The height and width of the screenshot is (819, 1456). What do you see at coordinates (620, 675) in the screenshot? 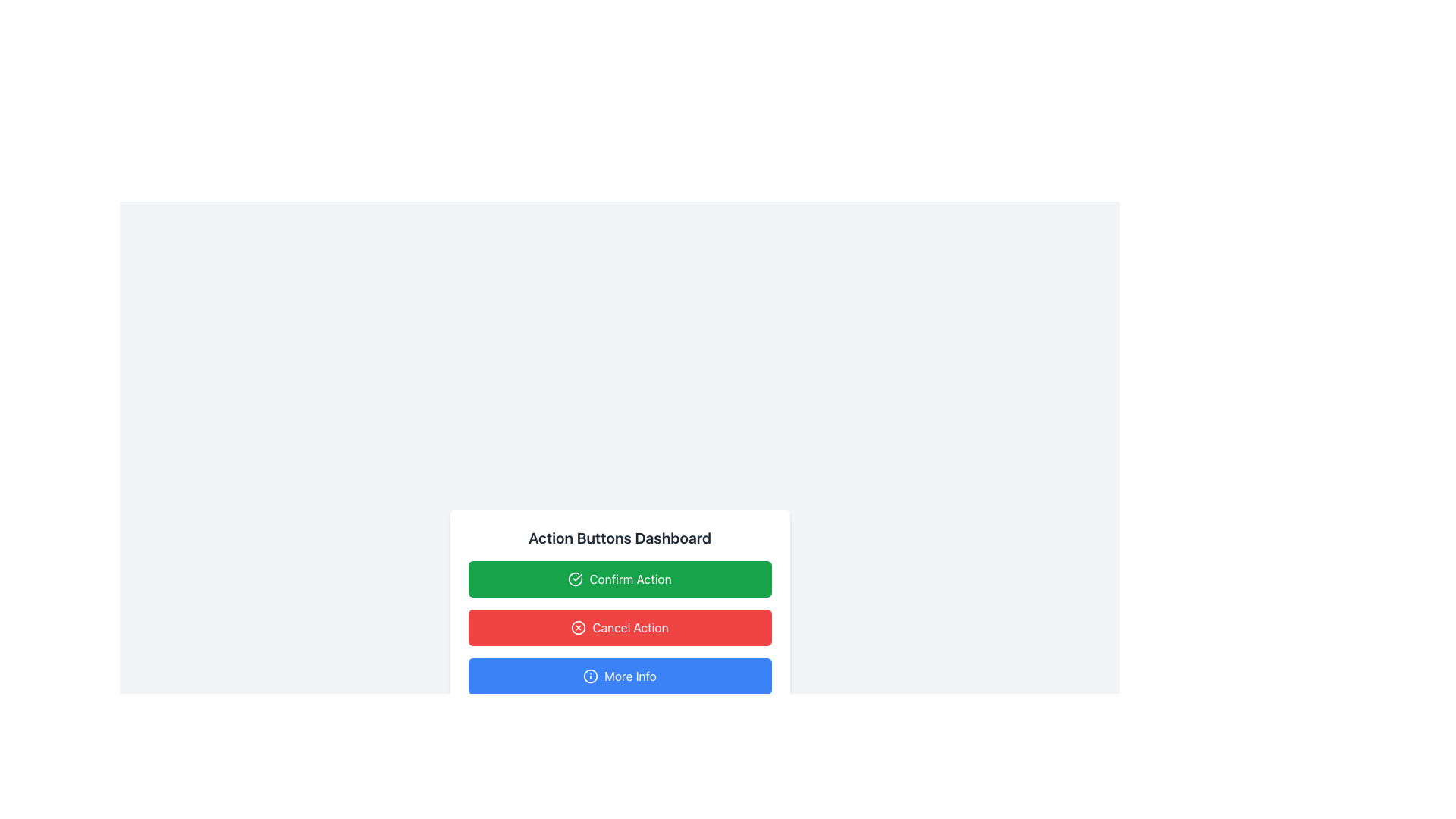
I see `the third button in a vertically aligned group of three buttons` at bounding box center [620, 675].